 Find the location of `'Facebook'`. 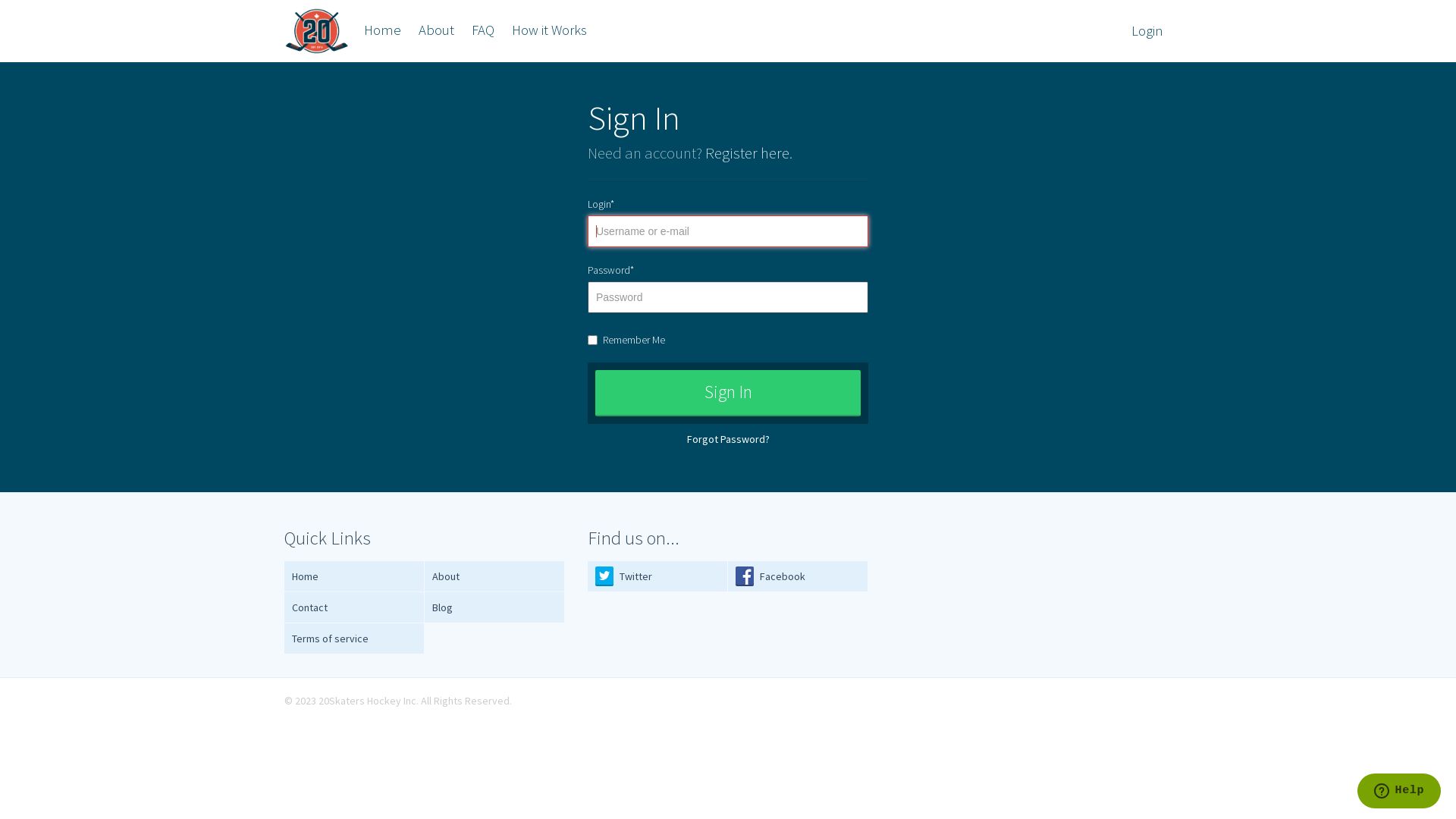

'Facebook' is located at coordinates (797, 576).